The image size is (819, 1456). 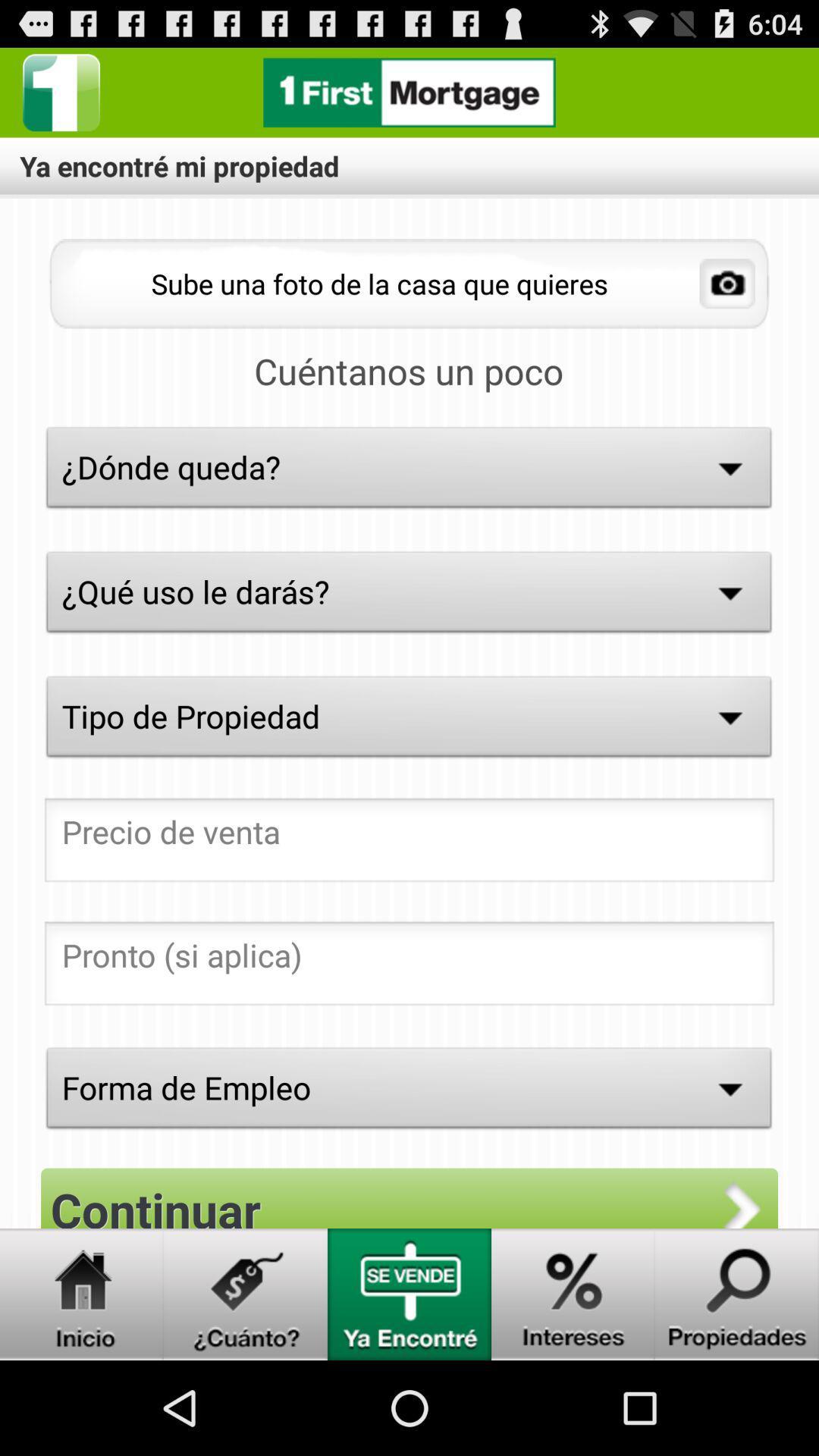 I want to click on the facebook icon, so click(x=61, y=98).